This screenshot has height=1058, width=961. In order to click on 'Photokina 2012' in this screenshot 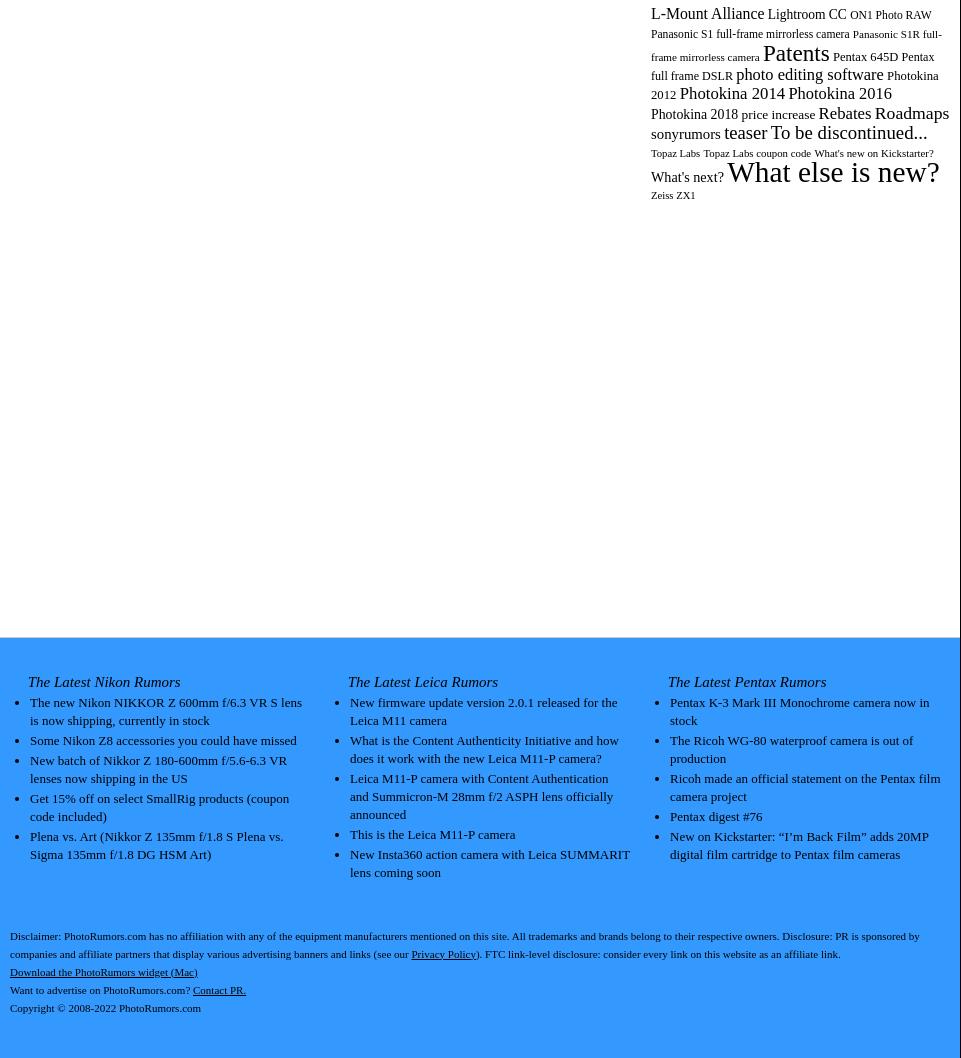, I will do `click(793, 84)`.